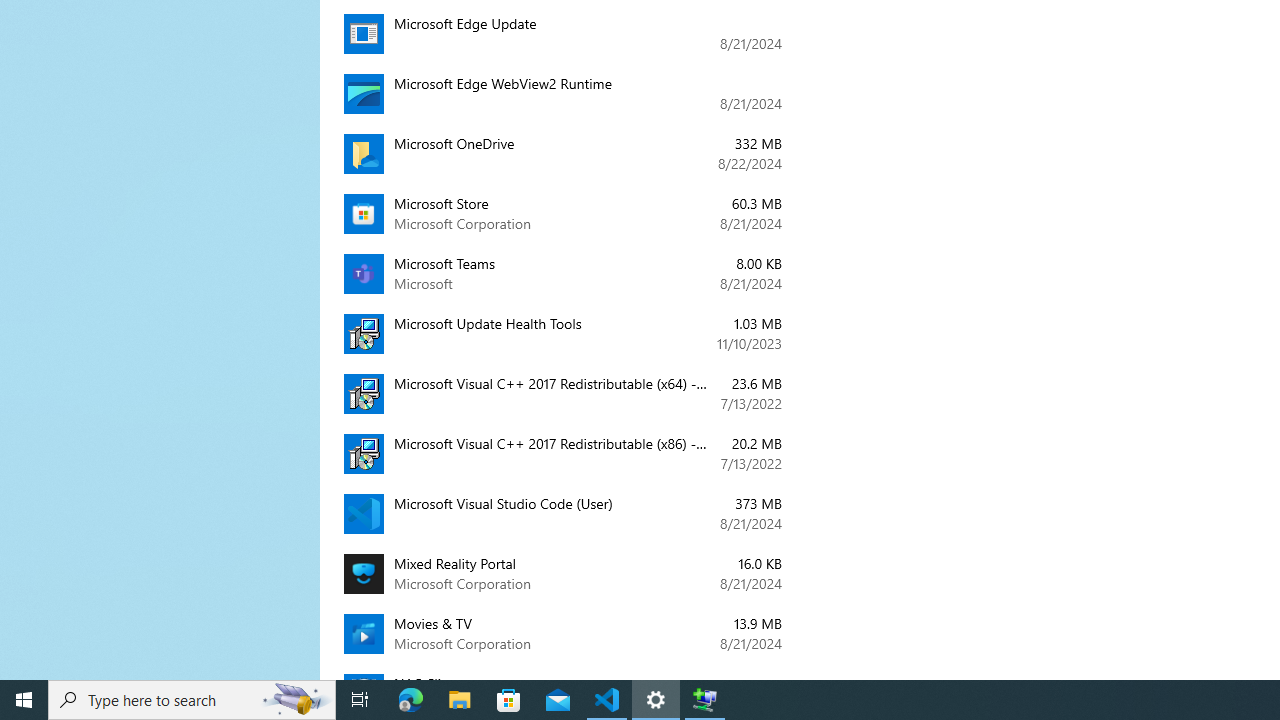  Describe the element at coordinates (705, 698) in the screenshot. I see `'Extensible Wizards Host Process - 1 running window'` at that location.